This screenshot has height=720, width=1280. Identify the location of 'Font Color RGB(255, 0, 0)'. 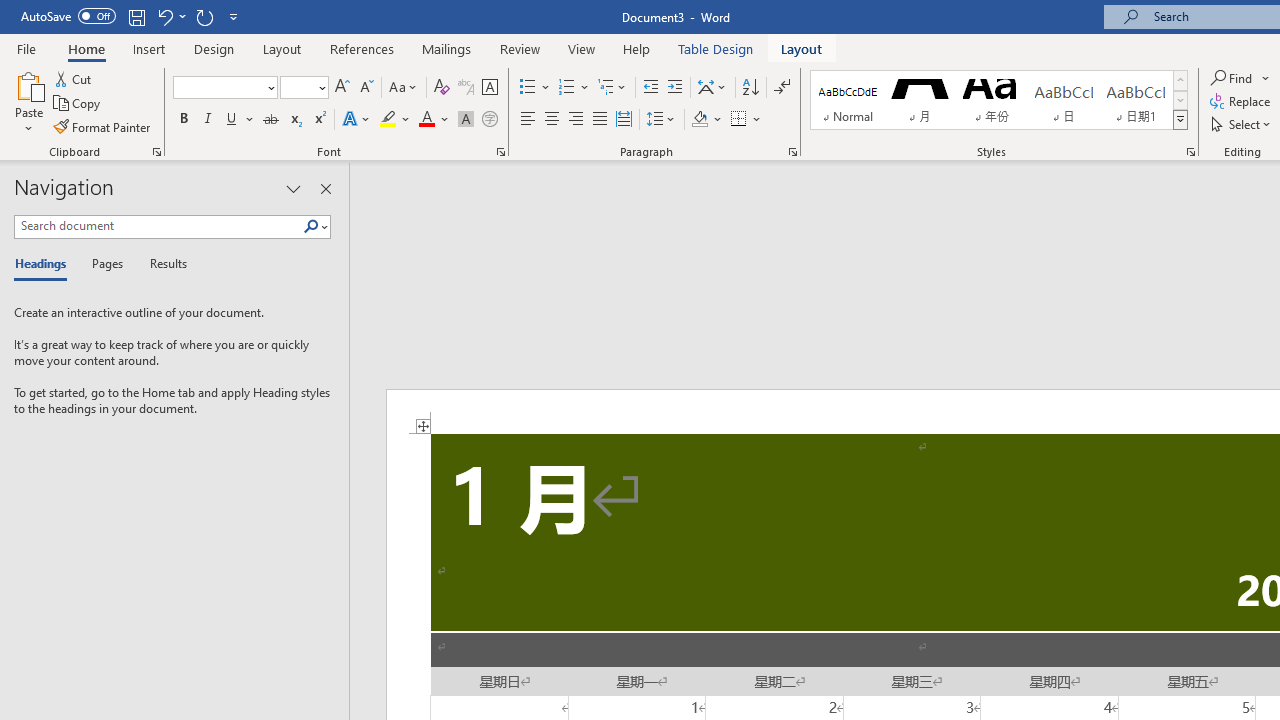
(425, 119).